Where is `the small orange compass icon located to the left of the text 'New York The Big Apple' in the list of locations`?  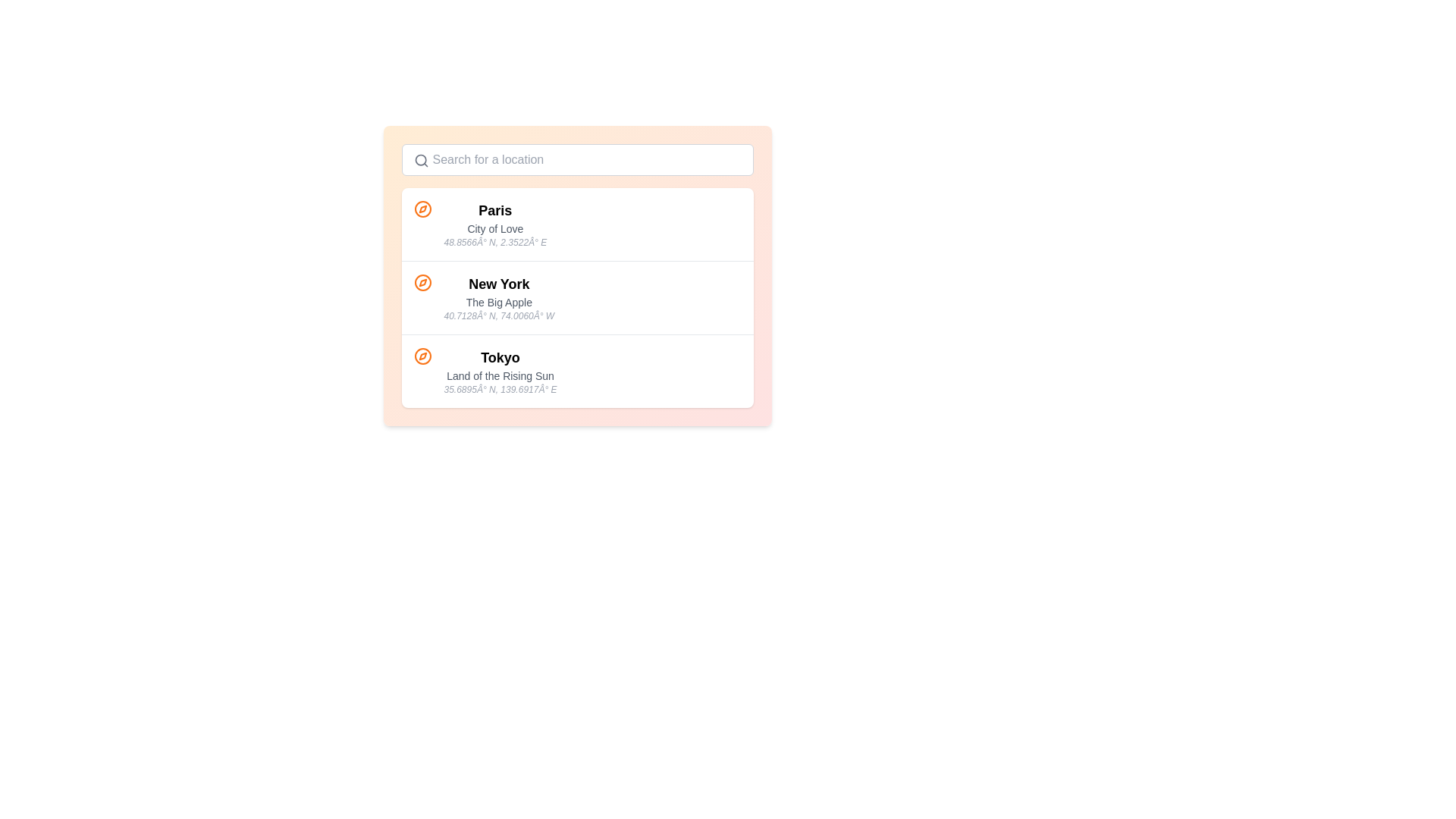 the small orange compass icon located to the left of the text 'New York The Big Apple' in the list of locations is located at coordinates (422, 283).